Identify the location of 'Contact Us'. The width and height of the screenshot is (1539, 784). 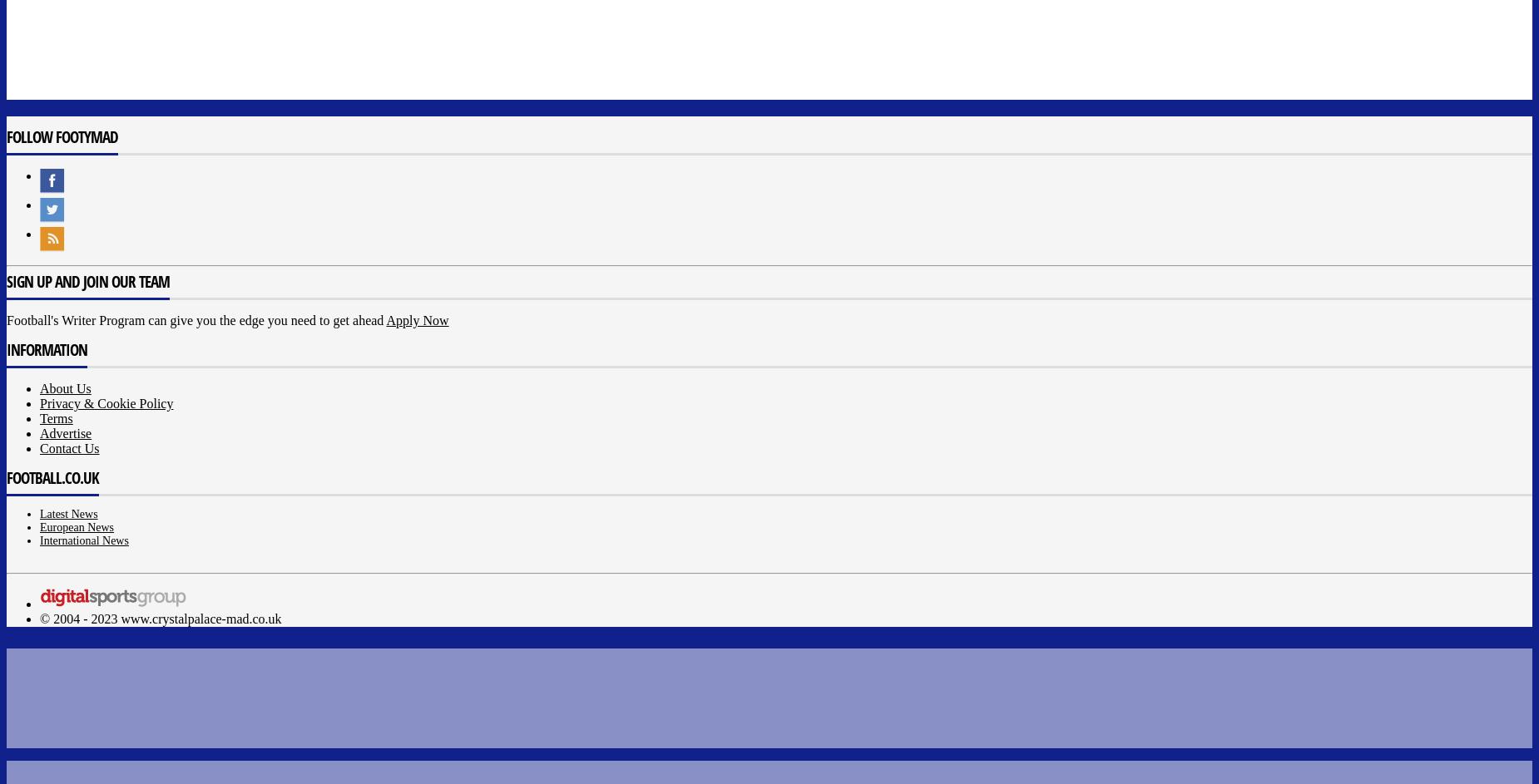
(68, 448).